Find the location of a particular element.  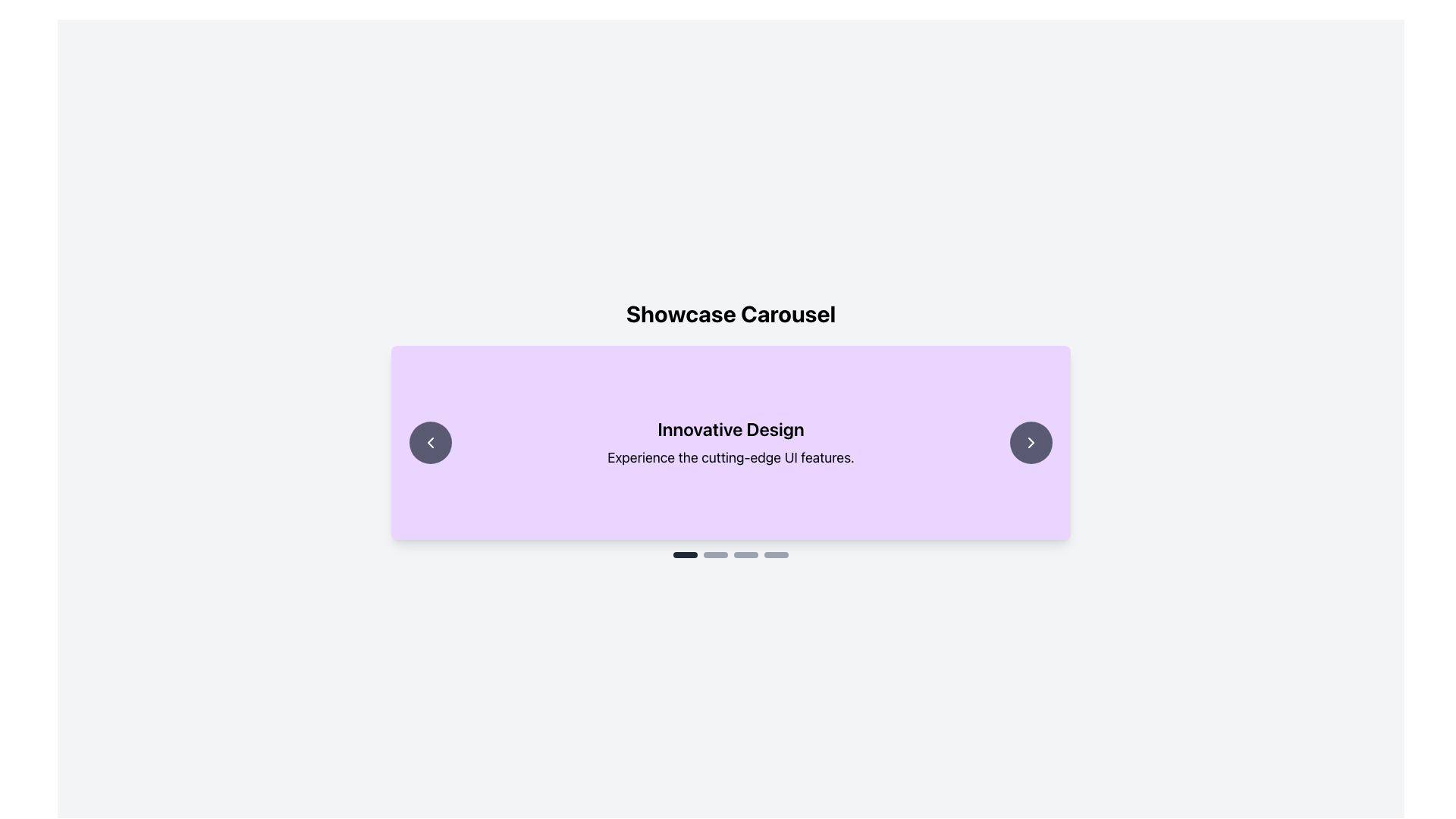

the Navigation Indicator, which consists of four horizontally aligned oblong shapes is located at coordinates (731, 555).